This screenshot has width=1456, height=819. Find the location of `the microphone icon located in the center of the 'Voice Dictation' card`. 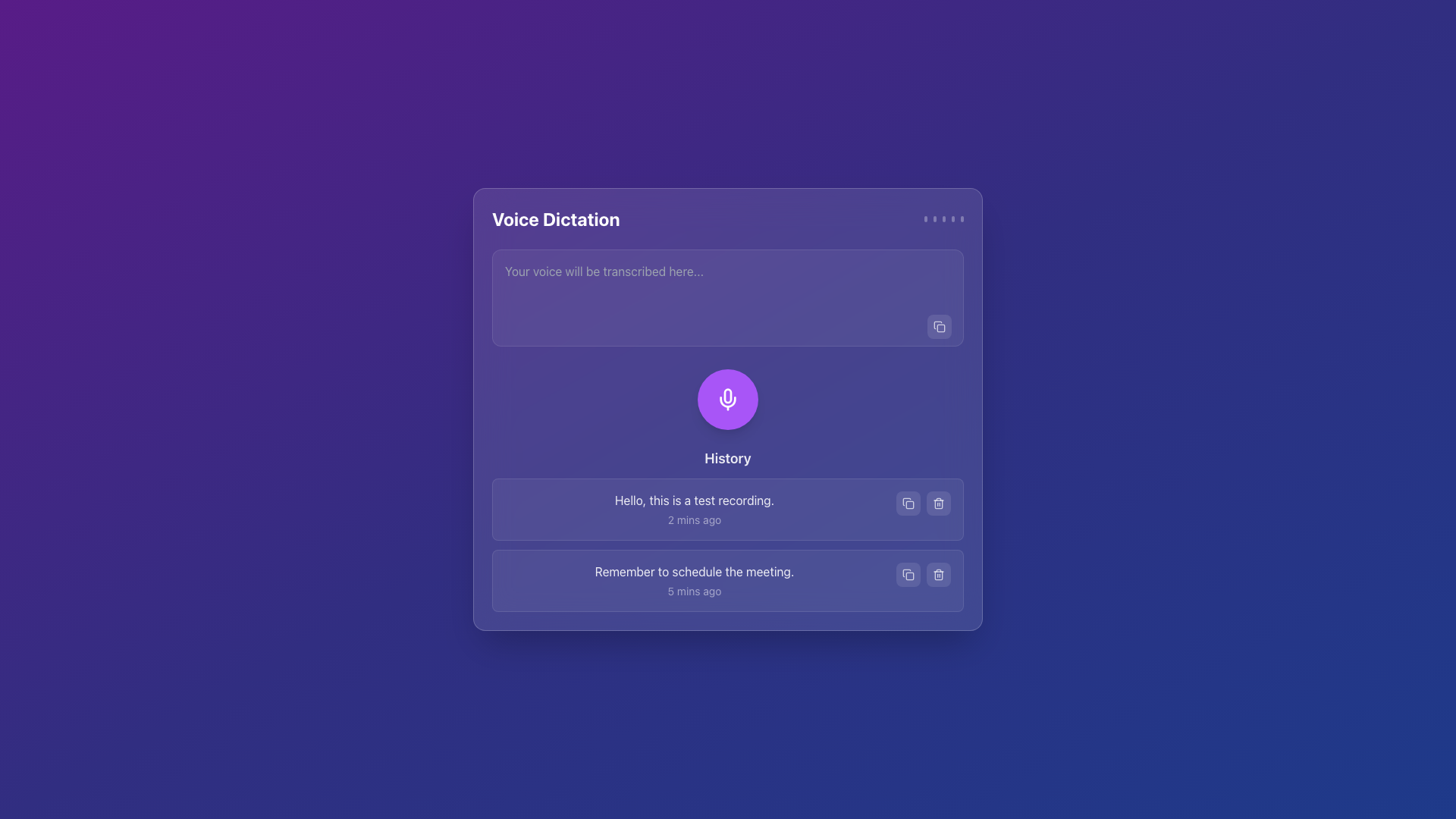

the microphone icon located in the center of the 'Voice Dictation' card is located at coordinates (728, 399).